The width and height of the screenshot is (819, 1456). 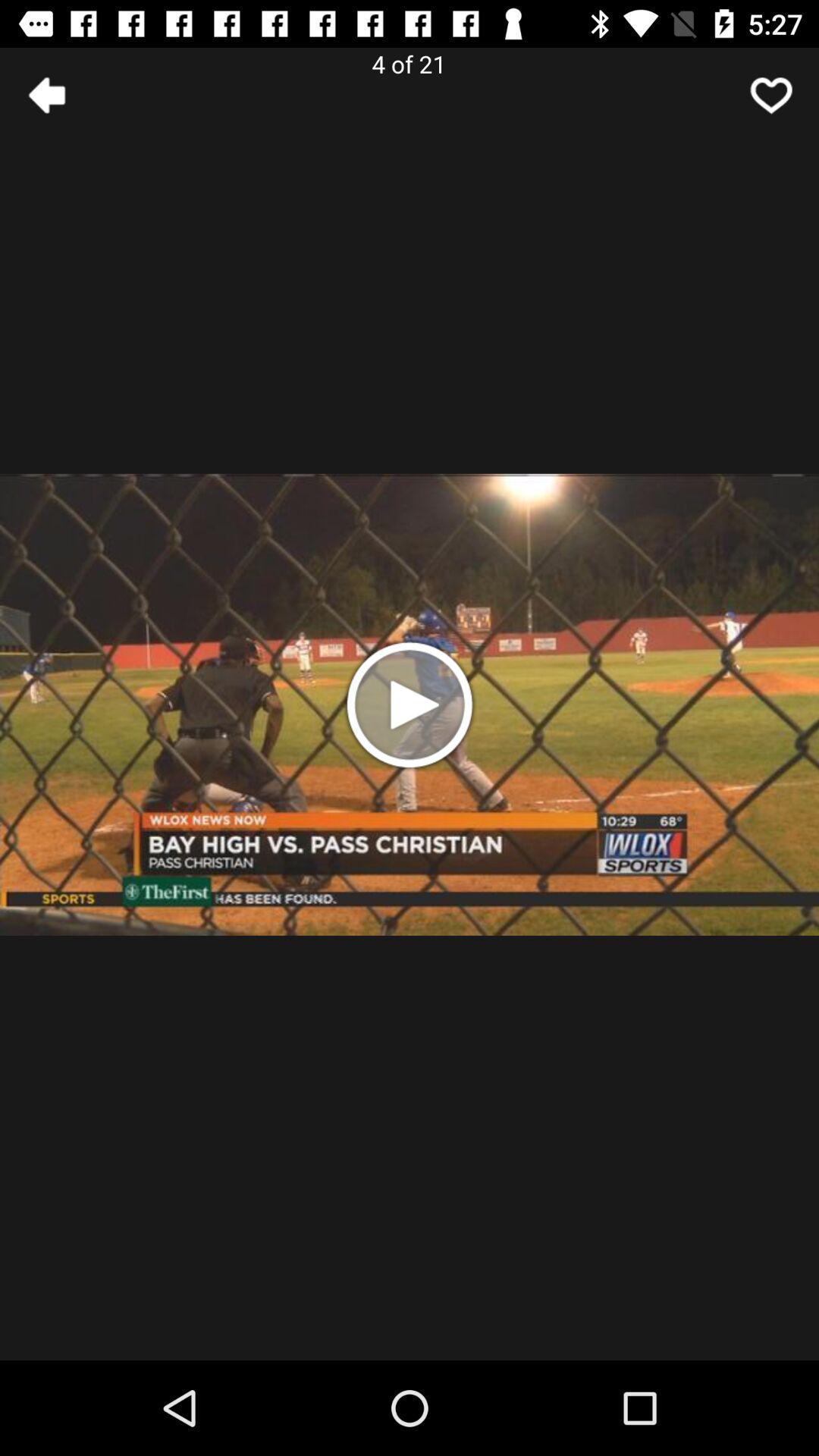 What do you see at coordinates (771, 94) in the screenshot?
I see `love` at bounding box center [771, 94].